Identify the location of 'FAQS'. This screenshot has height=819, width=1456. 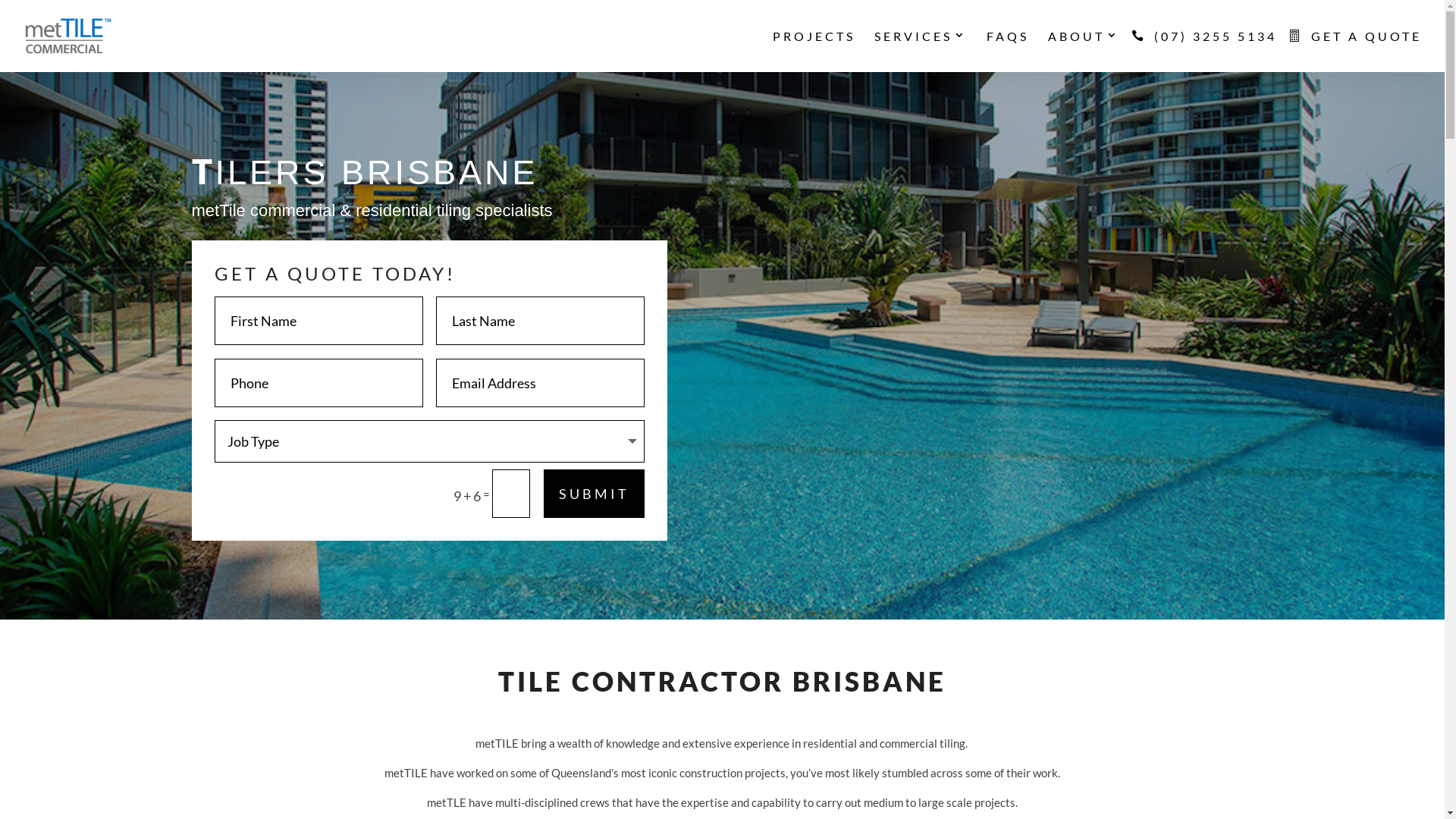
(986, 51).